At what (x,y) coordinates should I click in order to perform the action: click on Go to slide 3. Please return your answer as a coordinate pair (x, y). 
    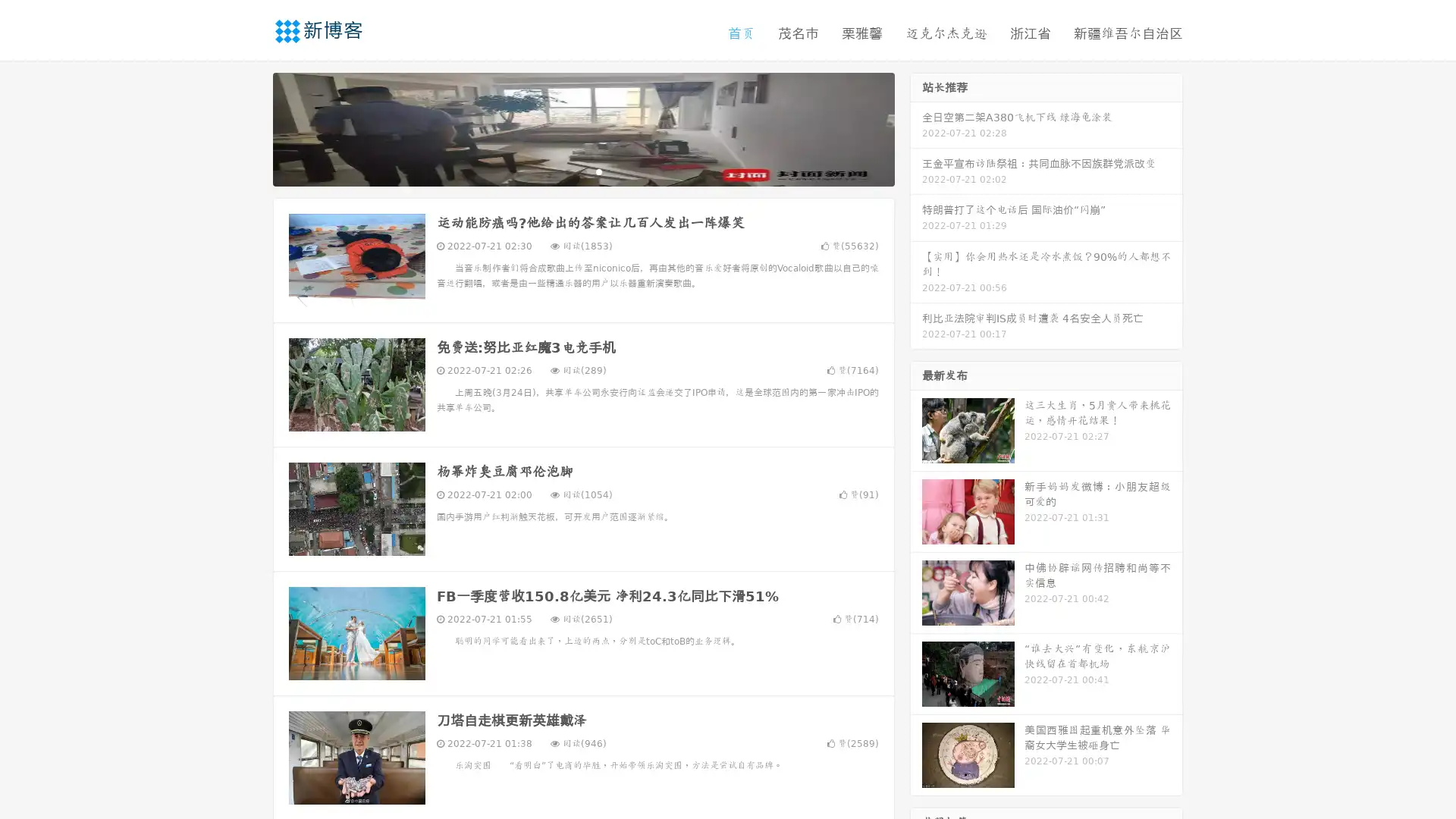
    Looking at the image, I should click on (598, 171).